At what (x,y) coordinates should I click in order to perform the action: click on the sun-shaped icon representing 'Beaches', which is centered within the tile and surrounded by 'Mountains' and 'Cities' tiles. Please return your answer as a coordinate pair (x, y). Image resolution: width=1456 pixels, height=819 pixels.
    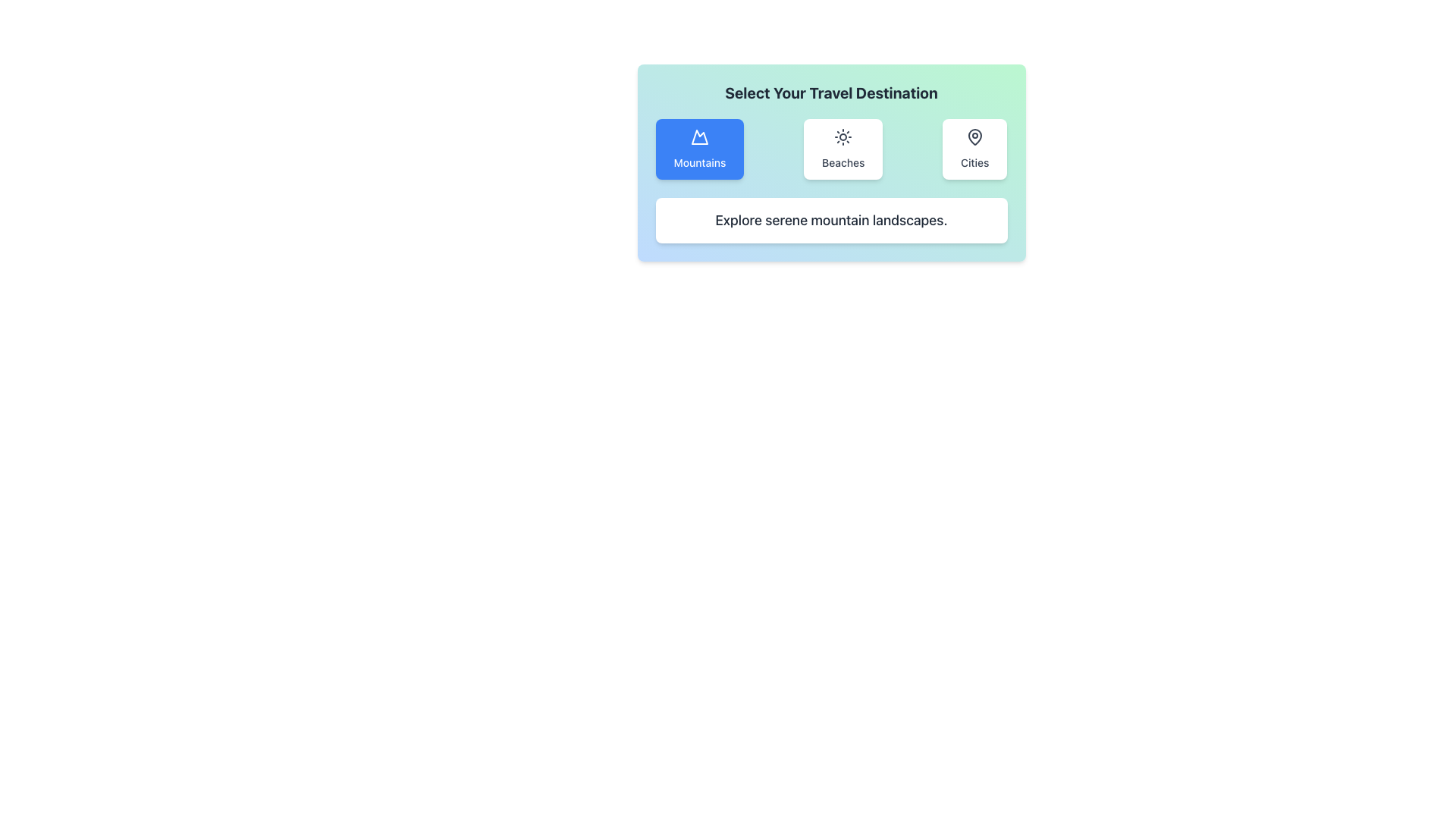
    Looking at the image, I should click on (843, 137).